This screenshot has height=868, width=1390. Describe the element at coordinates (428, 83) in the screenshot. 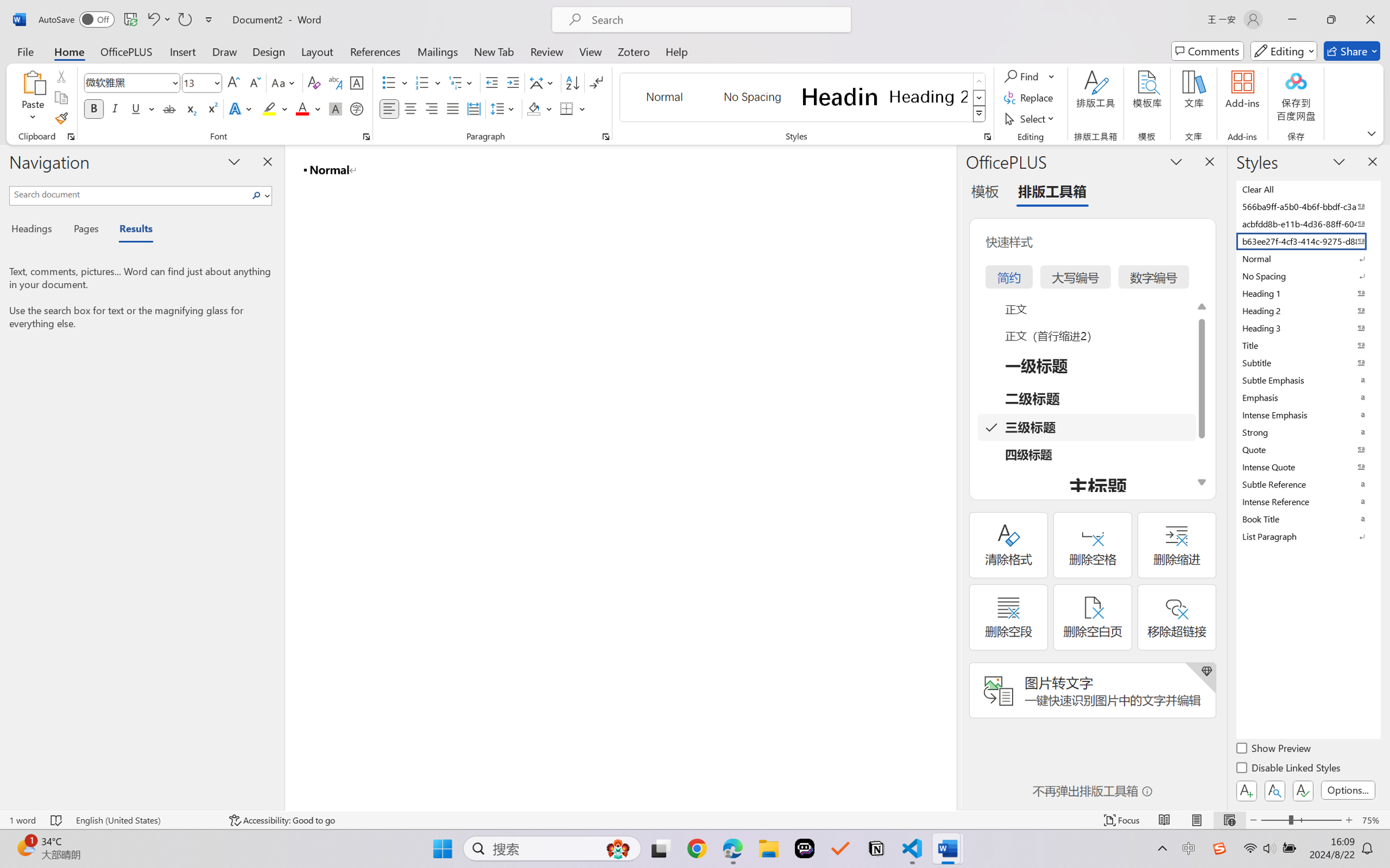

I see `'Numbering'` at that location.